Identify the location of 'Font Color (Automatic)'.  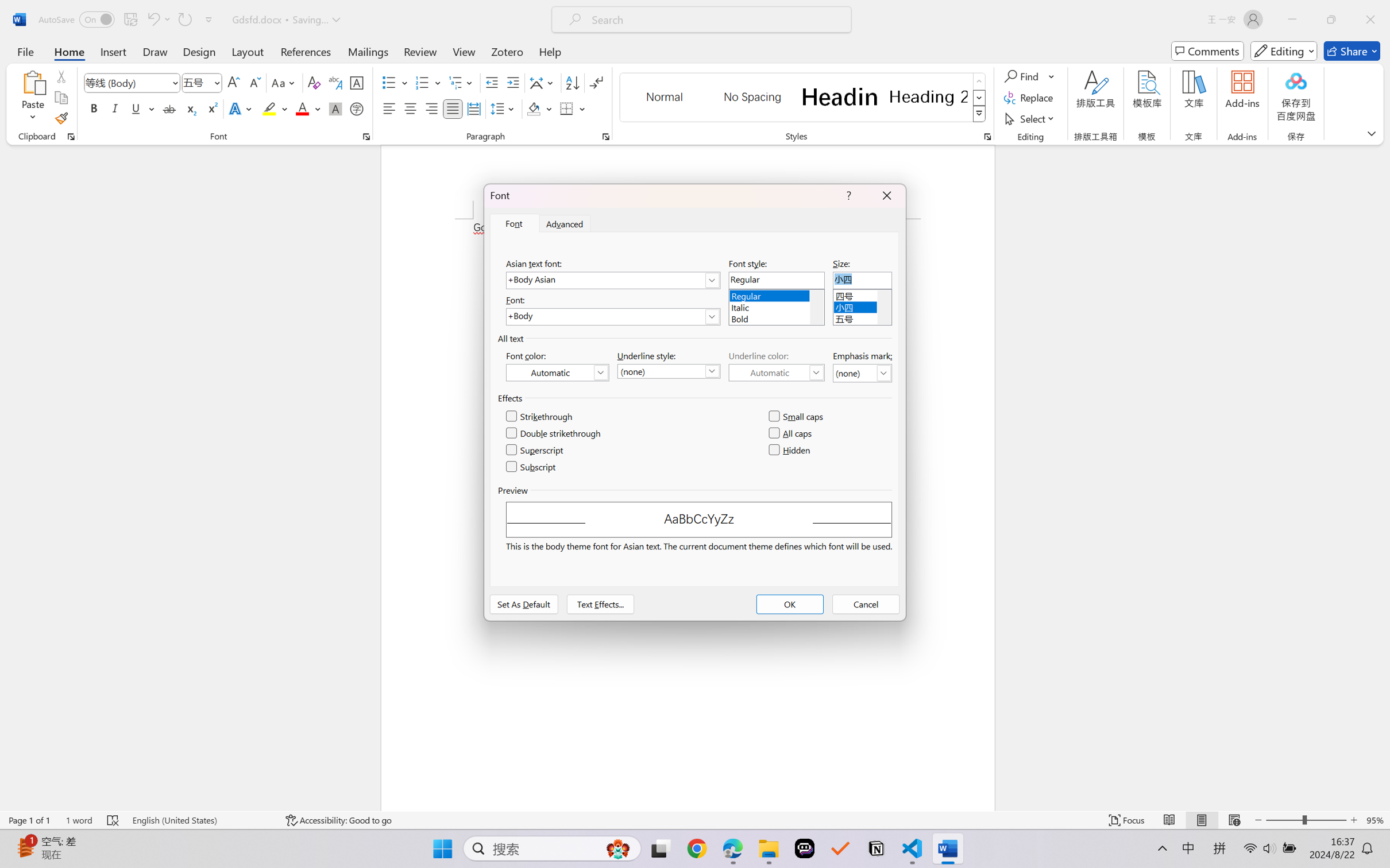
(557, 372).